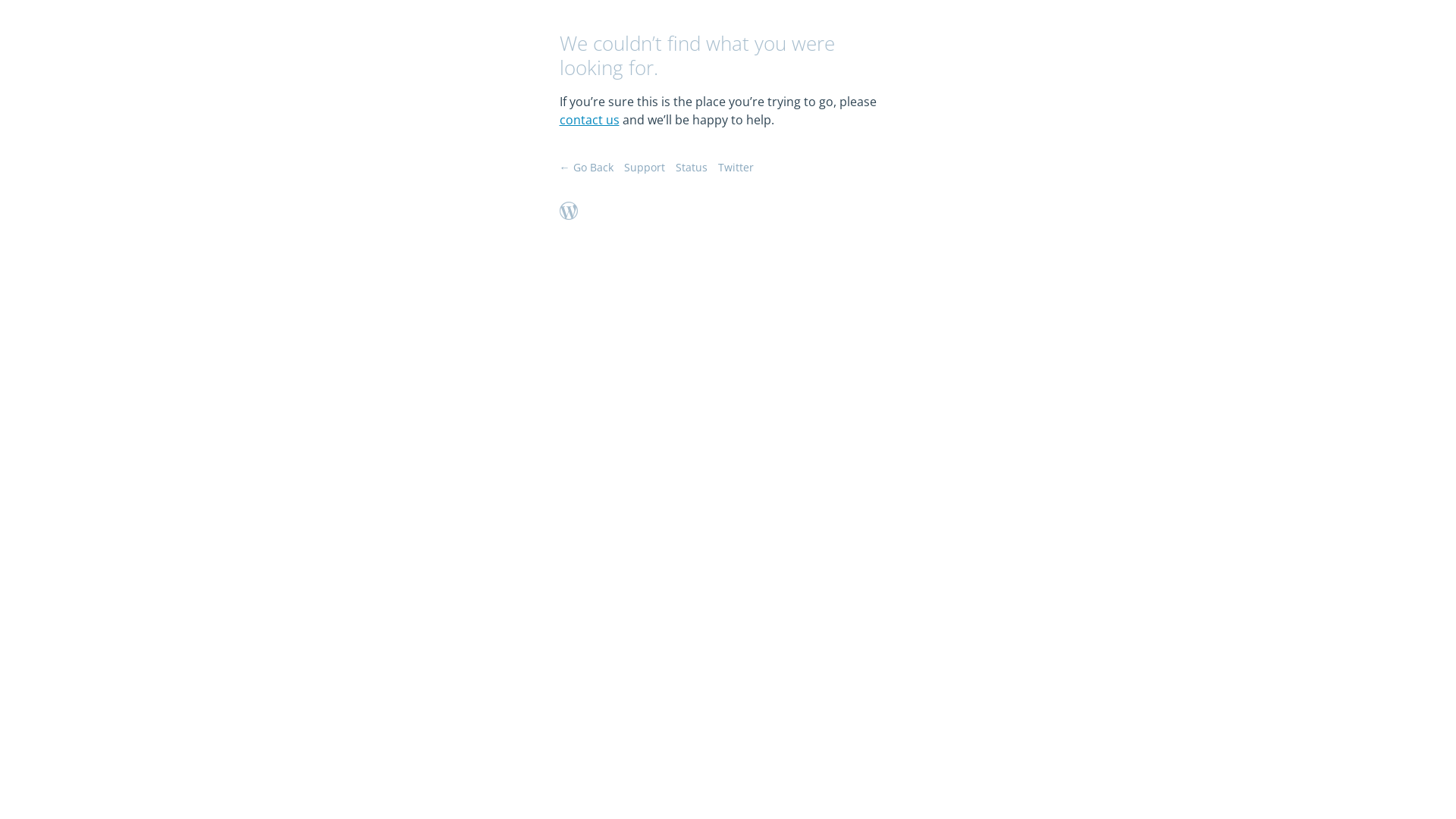  Describe the element at coordinates (690, 167) in the screenshot. I see `'Status'` at that location.